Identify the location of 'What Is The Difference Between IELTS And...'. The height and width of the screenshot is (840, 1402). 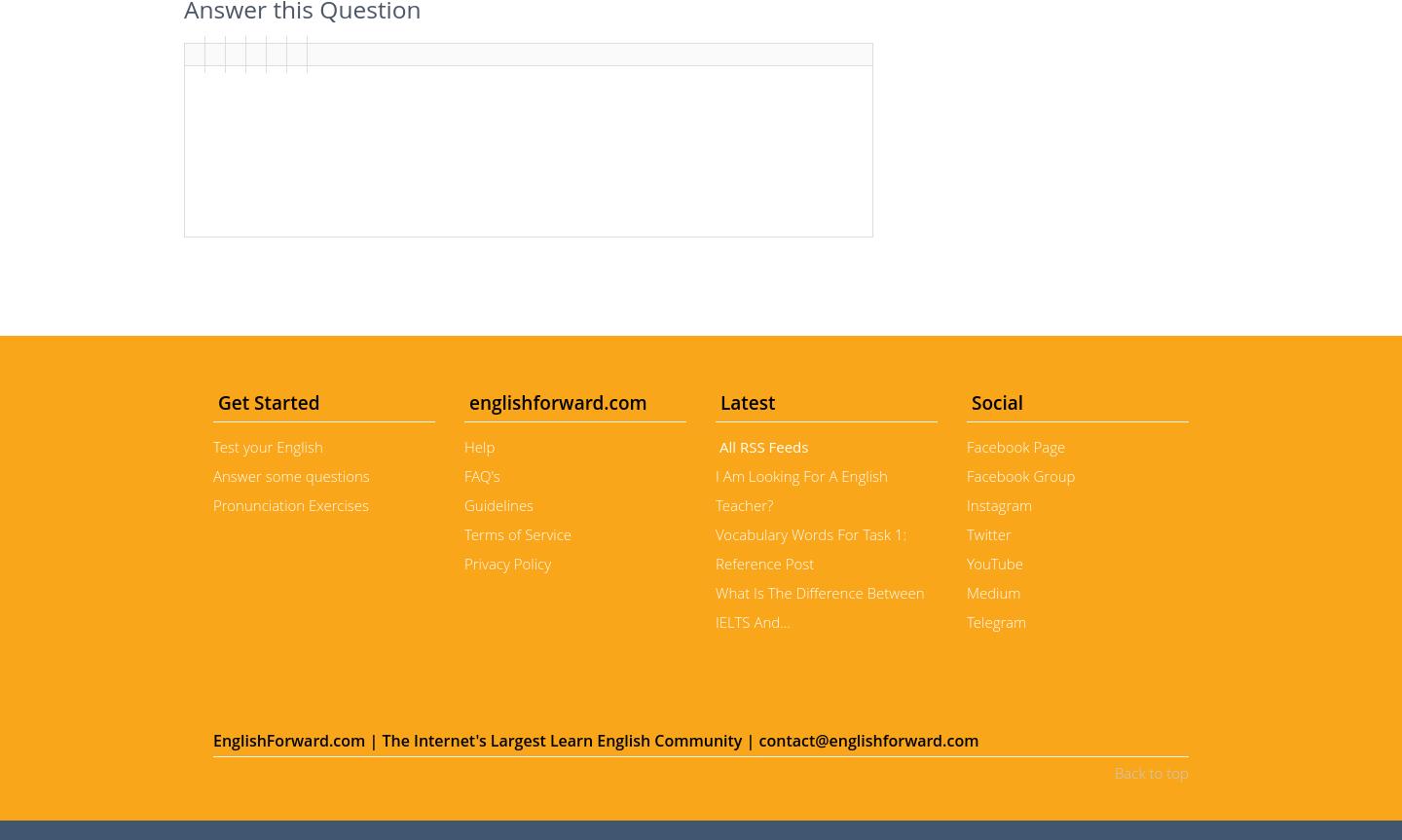
(714, 606).